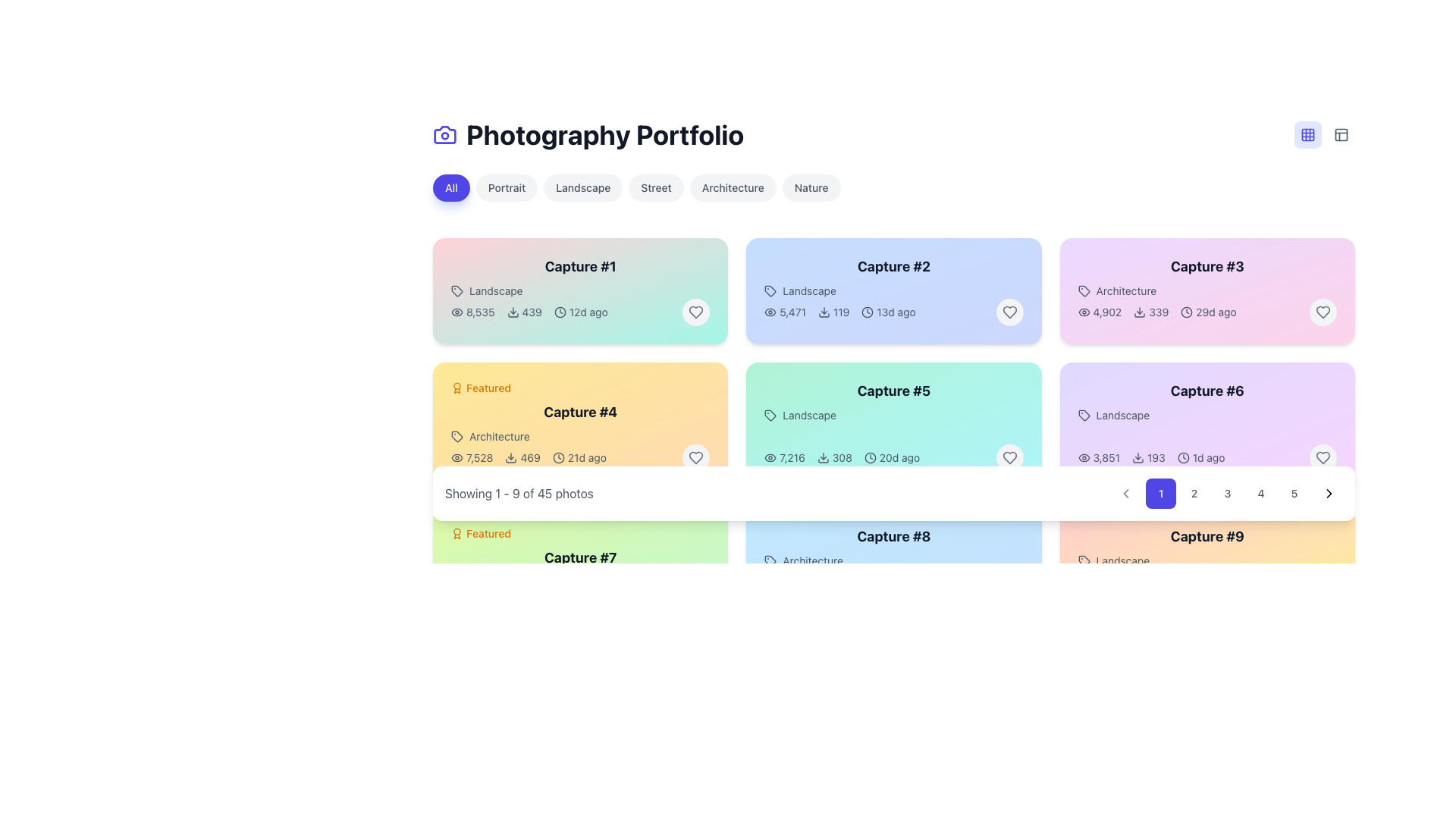 The width and height of the screenshot is (1456, 819). Describe the element at coordinates (870, 457) in the screenshot. I see `the clock icon located next to the '20d ago' text in the bottom right section of the 'Capture #5' card` at that location.